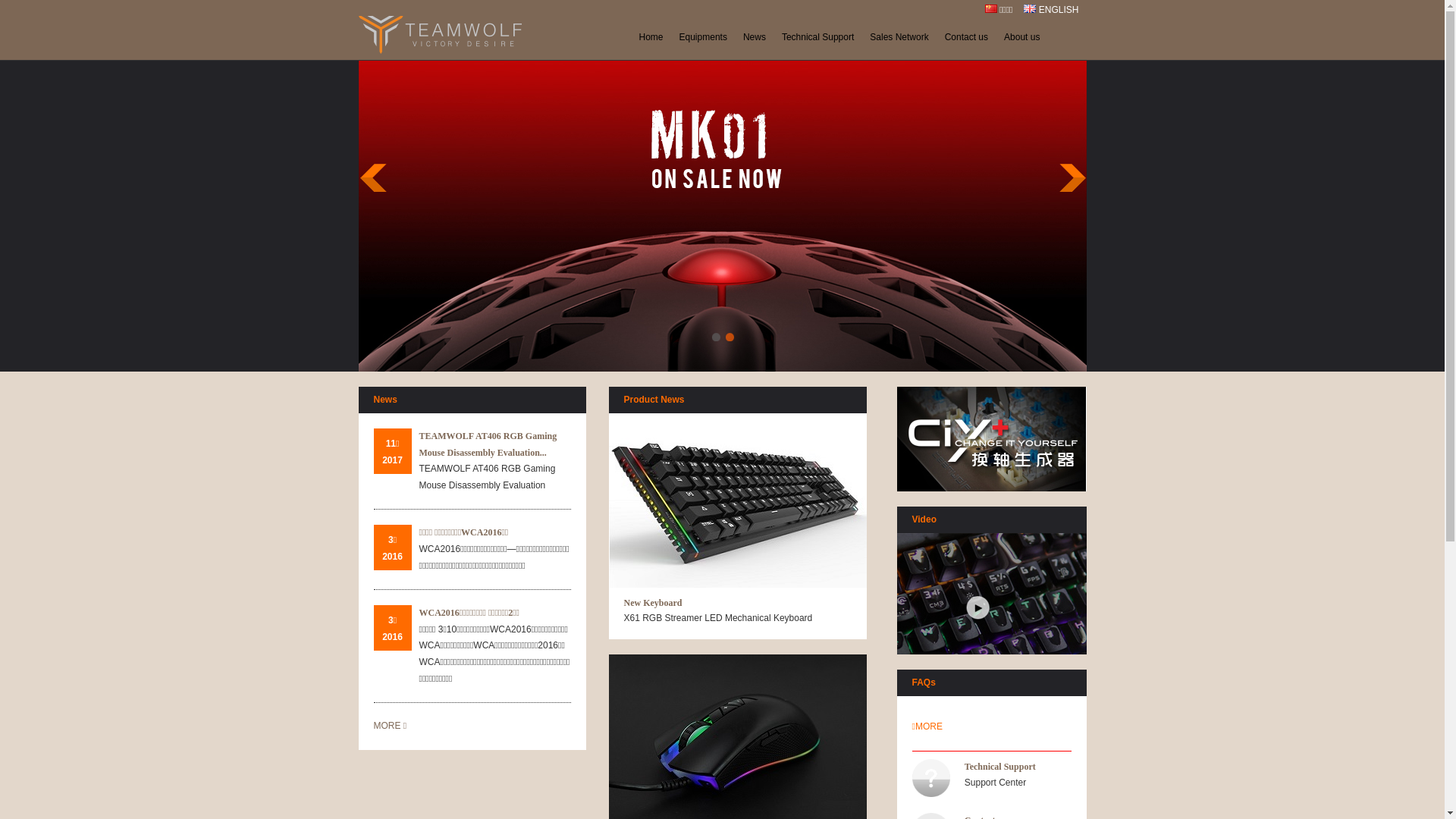 The image size is (1456, 819). Describe the element at coordinates (735, 36) in the screenshot. I see `'News'` at that location.